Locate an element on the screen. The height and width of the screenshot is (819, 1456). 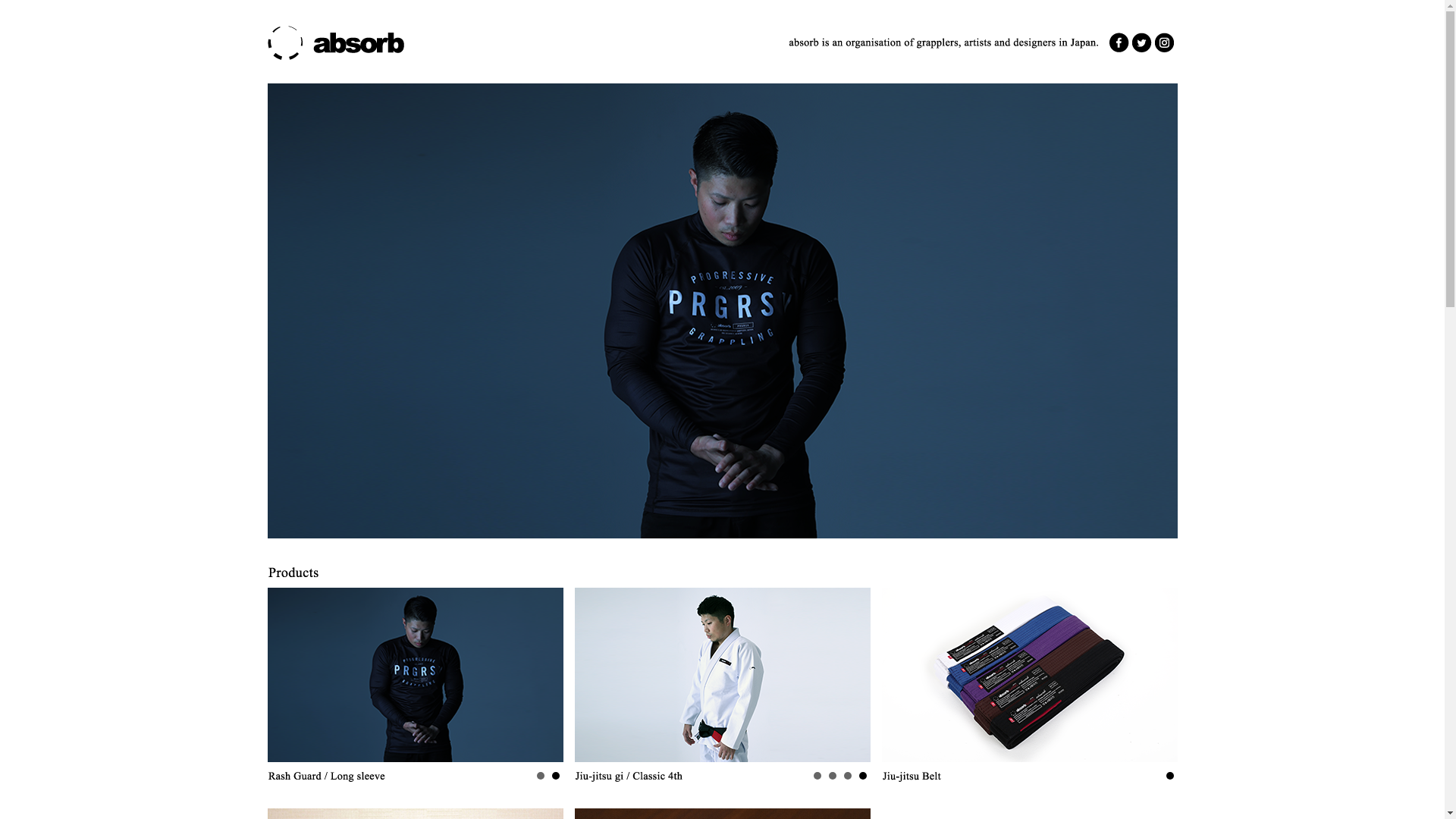
'4' is located at coordinates (815, 775).